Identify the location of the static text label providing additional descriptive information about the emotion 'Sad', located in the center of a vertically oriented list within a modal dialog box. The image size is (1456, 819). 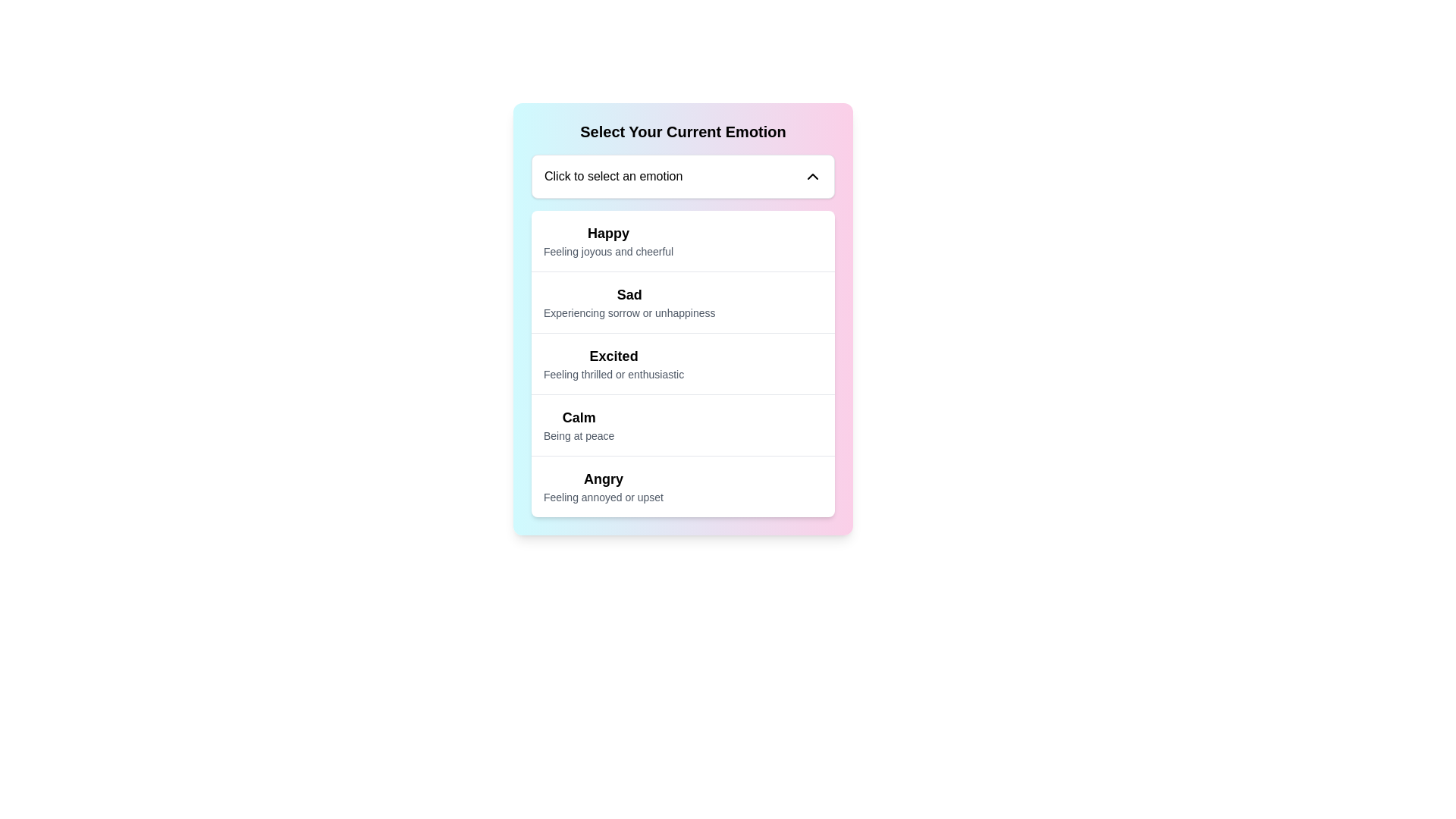
(629, 312).